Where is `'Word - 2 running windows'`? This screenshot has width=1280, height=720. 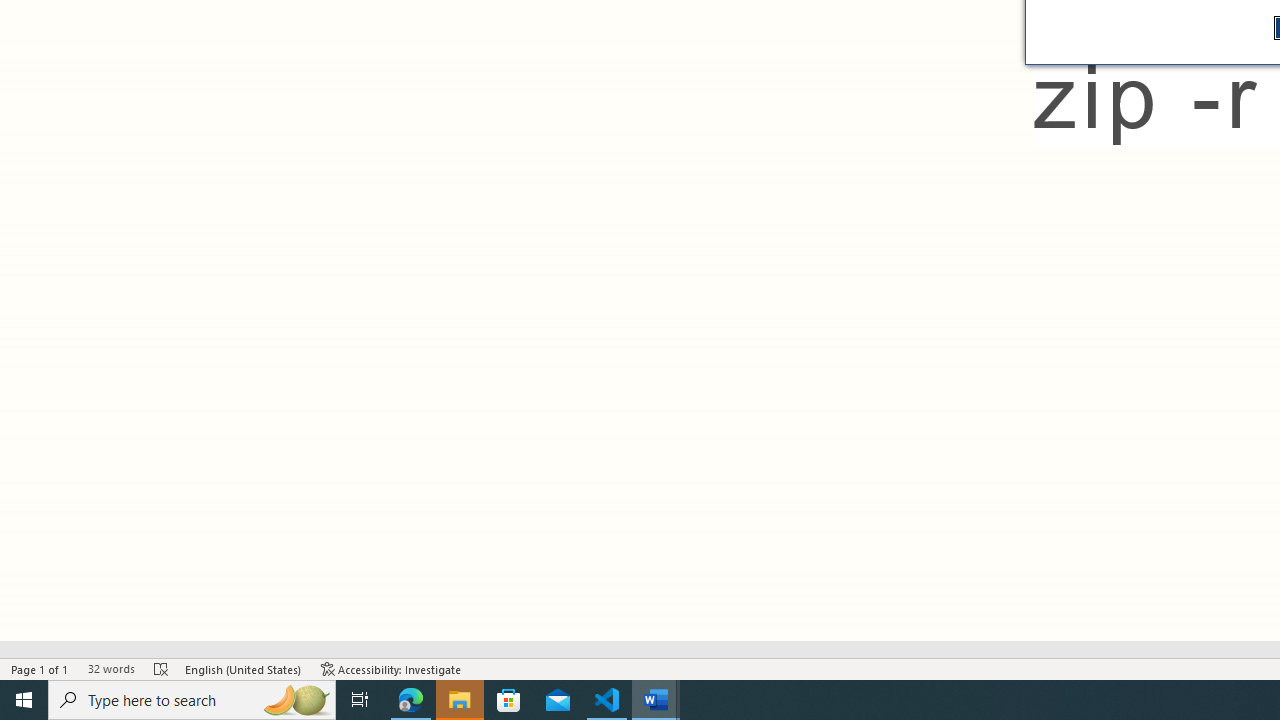 'Word - 2 running windows' is located at coordinates (656, 698).